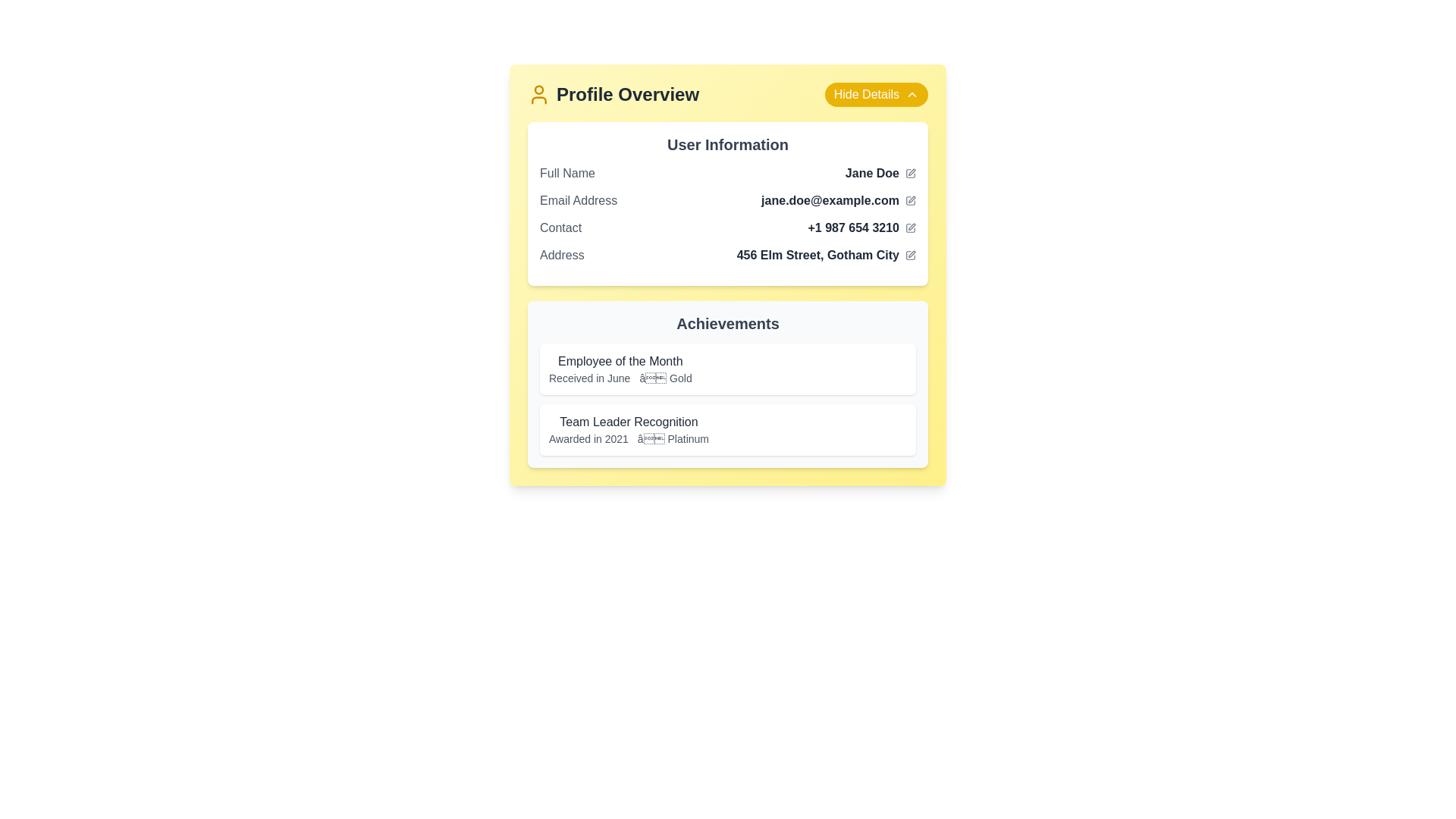 The image size is (1456, 819). What do you see at coordinates (910, 254) in the screenshot?
I see `the icon button shaped like a pen or pencil located to the right of the text '456 Elm Street, Gotham City' in the 'Address' section to initiate editing` at bounding box center [910, 254].